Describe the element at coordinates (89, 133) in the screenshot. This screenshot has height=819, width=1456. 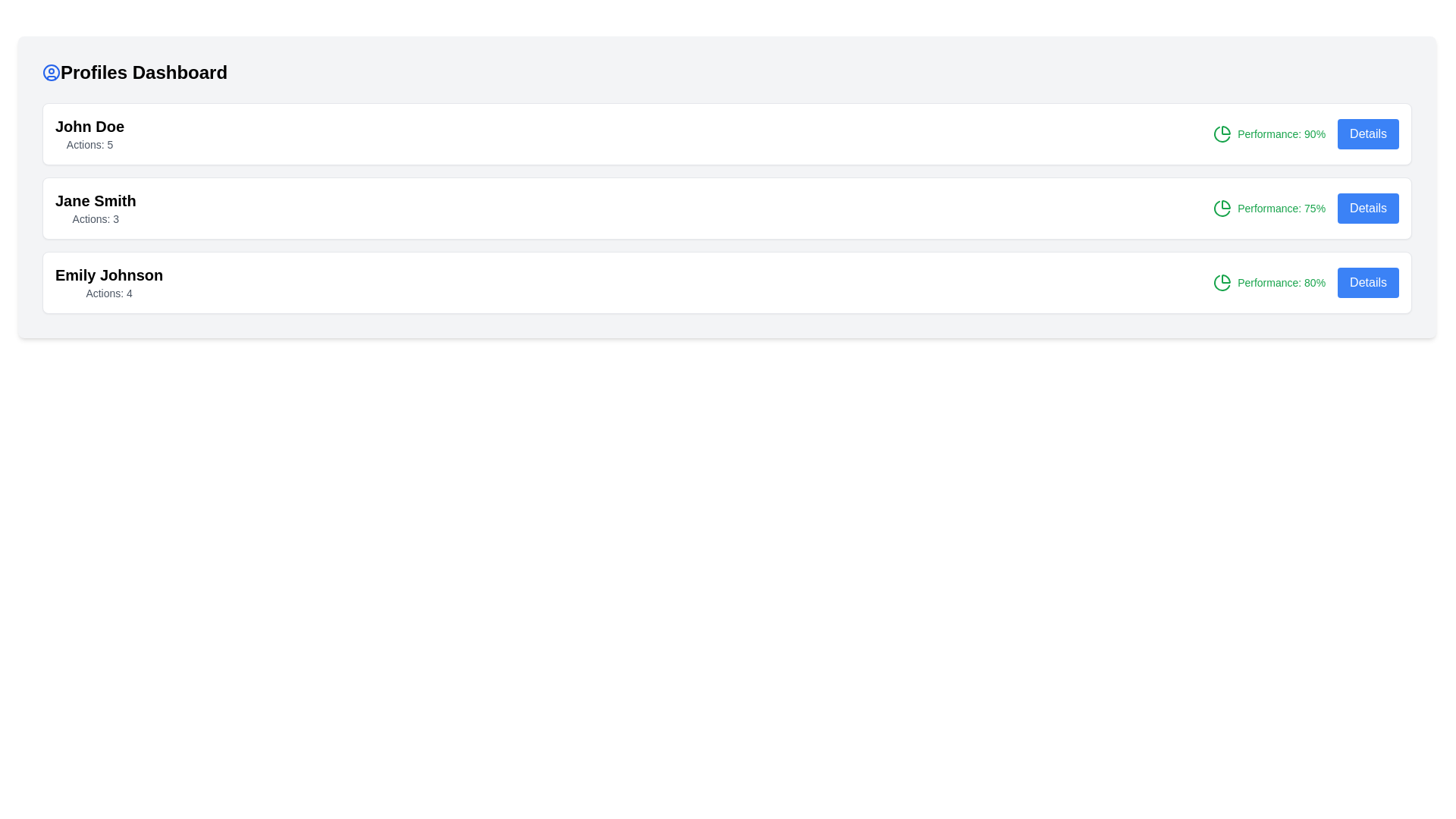
I see `the Text Label displaying the name and number of actions associated with the profile 'John Doe', located at the top section of the Profiles Dashboard under the white, rounded, shadowed card` at that location.